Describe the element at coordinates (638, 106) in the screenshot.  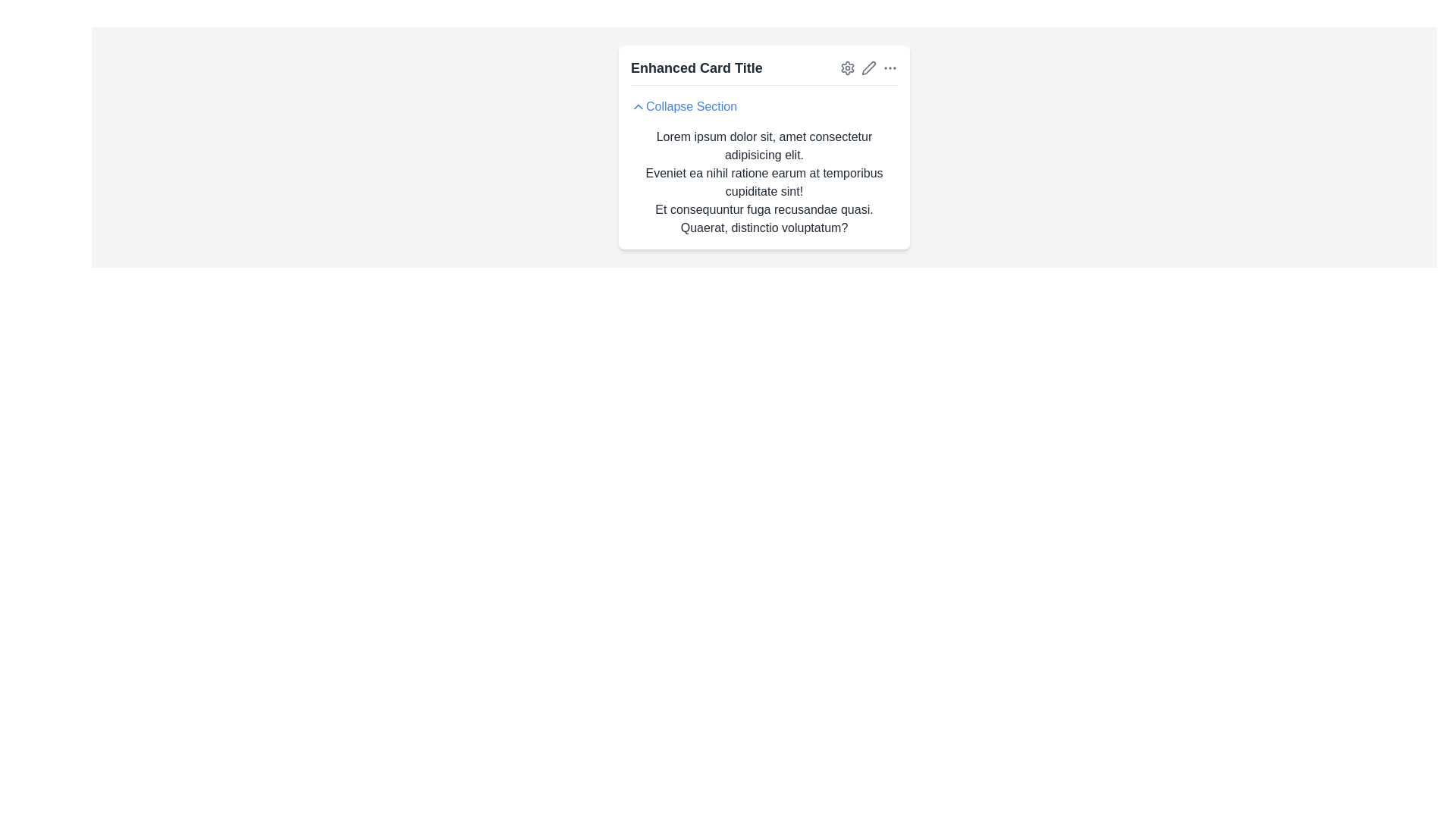
I see `the chevron-up icon located to the left of the 'Collapse Section' text within the 'Enhanced Card Title' area` at that location.